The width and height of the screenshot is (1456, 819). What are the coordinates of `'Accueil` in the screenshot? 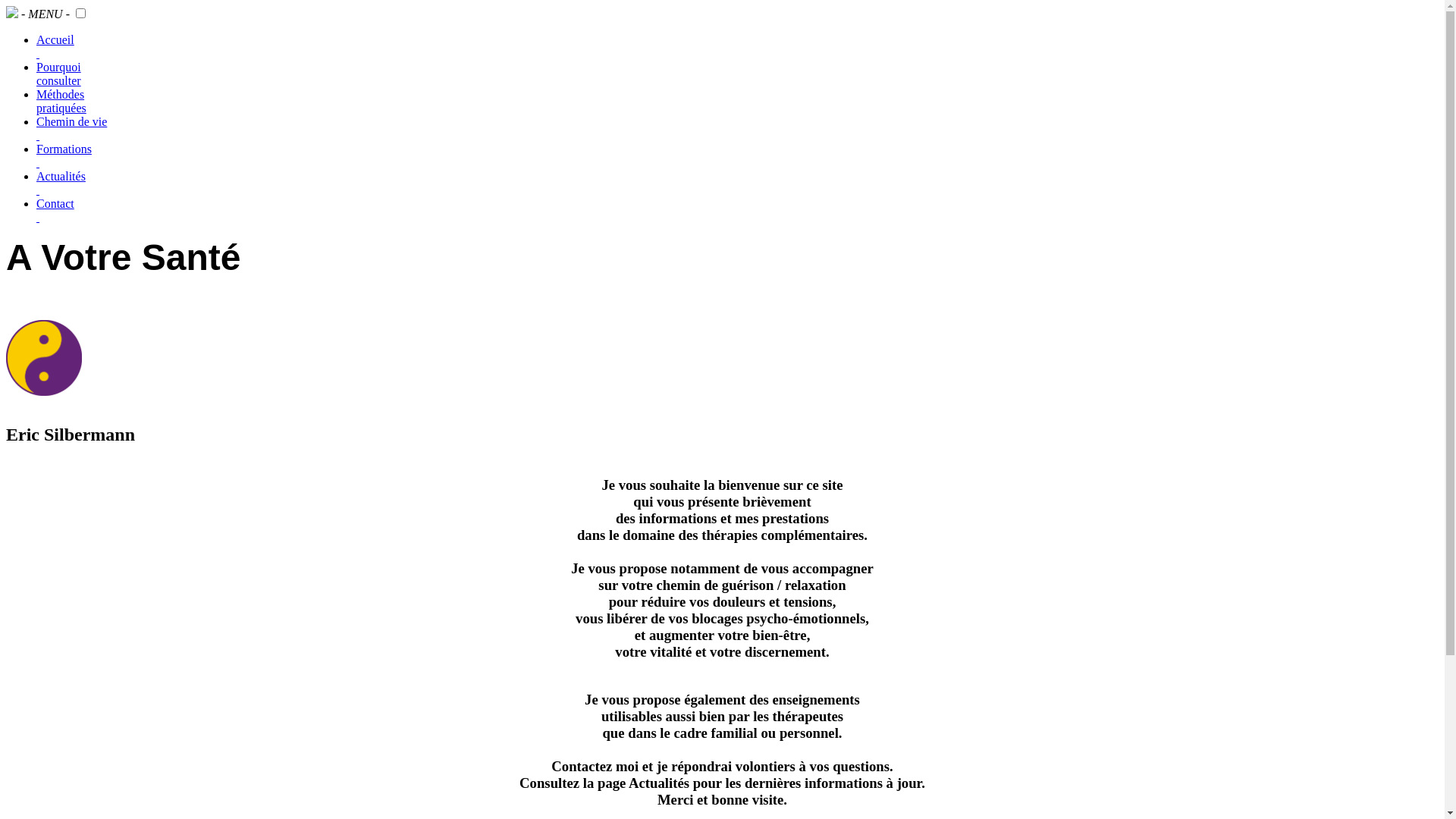 It's located at (55, 45).